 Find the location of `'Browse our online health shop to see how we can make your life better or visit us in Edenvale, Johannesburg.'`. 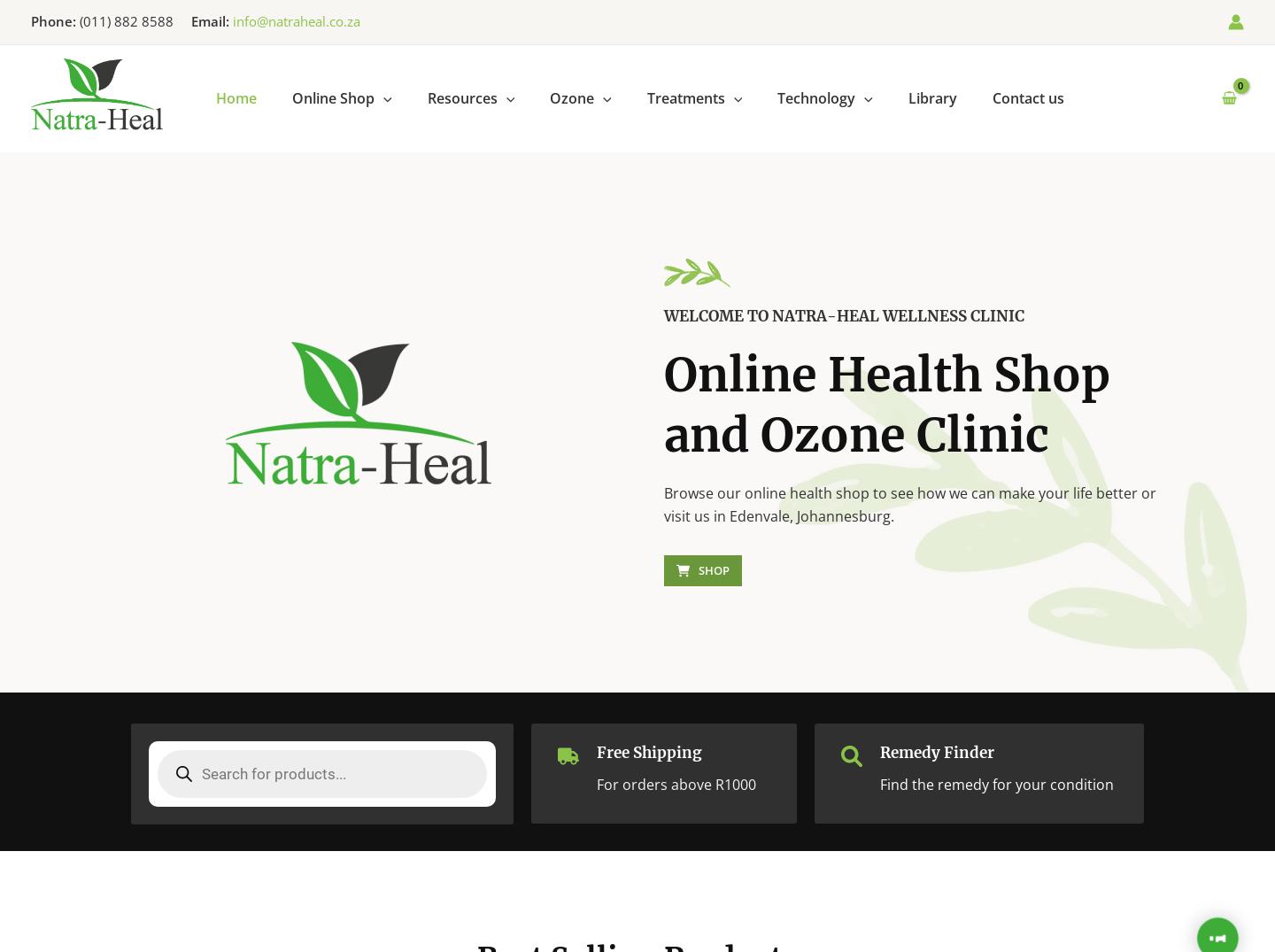

'Browse our online health shop to see how we can make your life better or visit us in Edenvale, Johannesburg.' is located at coordinates (910, 504).